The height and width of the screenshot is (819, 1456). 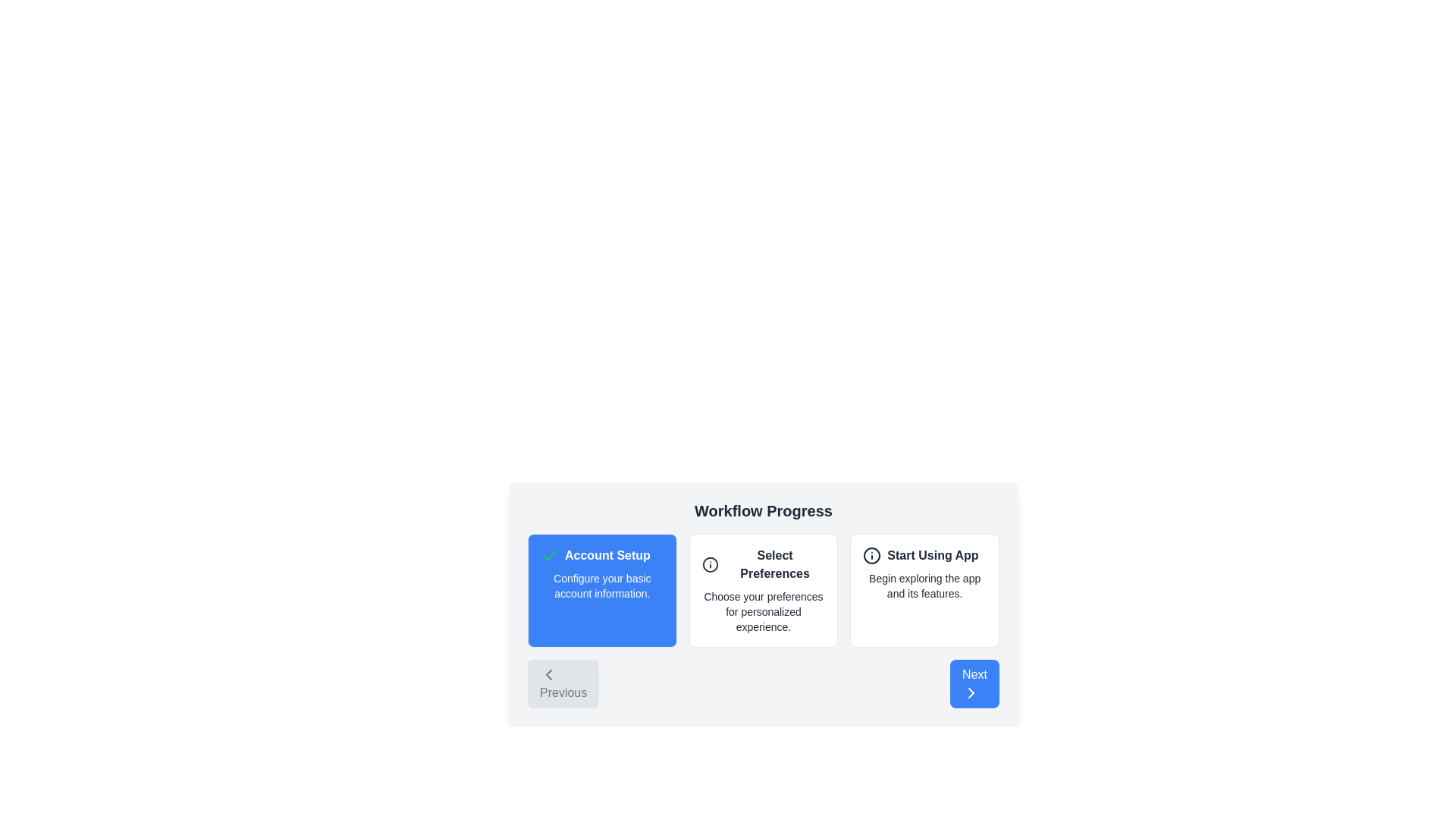 What do you see at coordinates (607, 555) in the screenshot?
I see `the bold text label 'Account Setup' which is styled with a semibold font weight and is white against a blue background, located within the first progress card of a workflow` at bounding box center [607, 555].